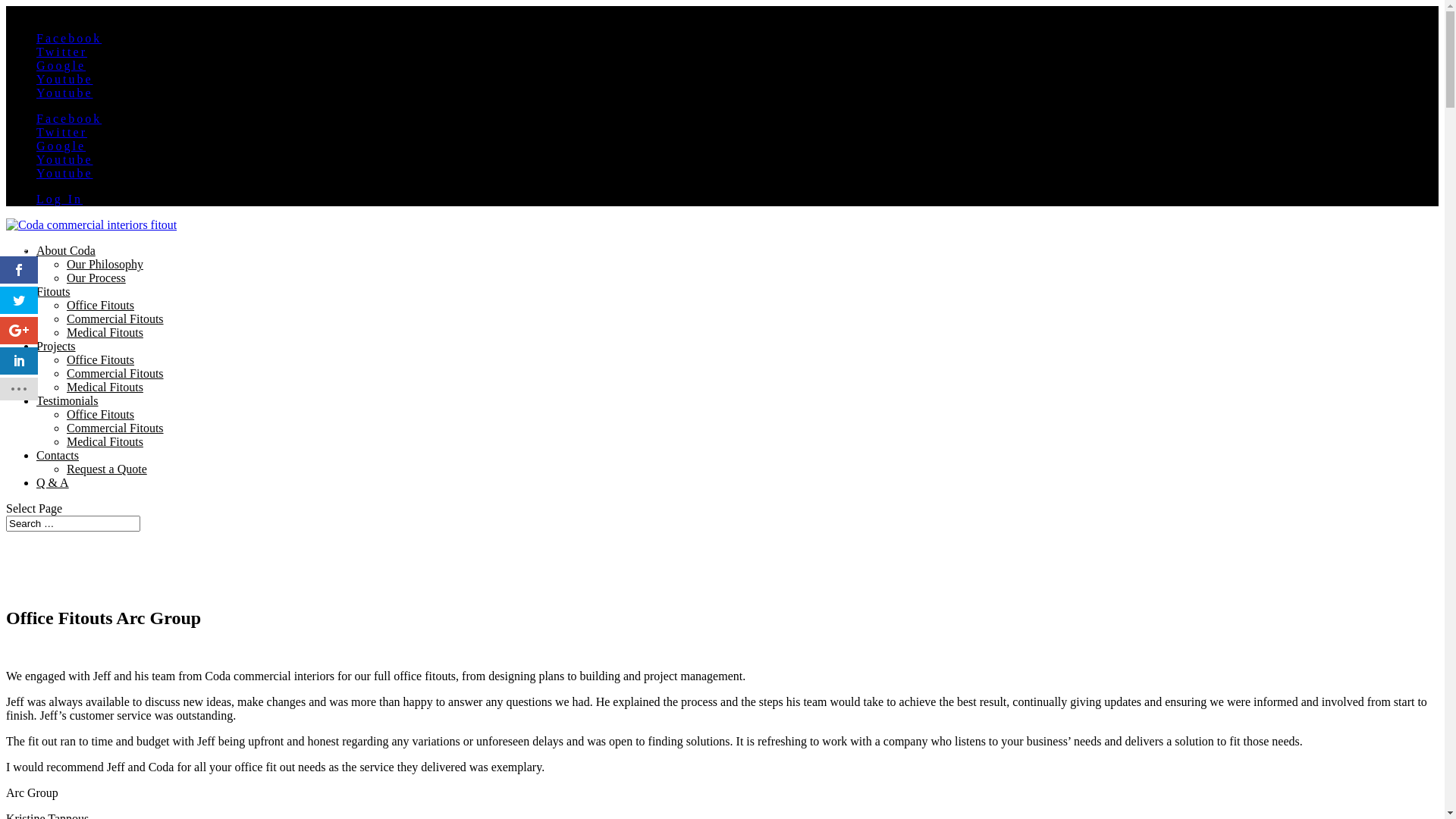 The width and height of the screenshot is (1456, 819). Describe the element at coordinates (64, 159) in the screenshot. I see `'Youtube'` at that location.